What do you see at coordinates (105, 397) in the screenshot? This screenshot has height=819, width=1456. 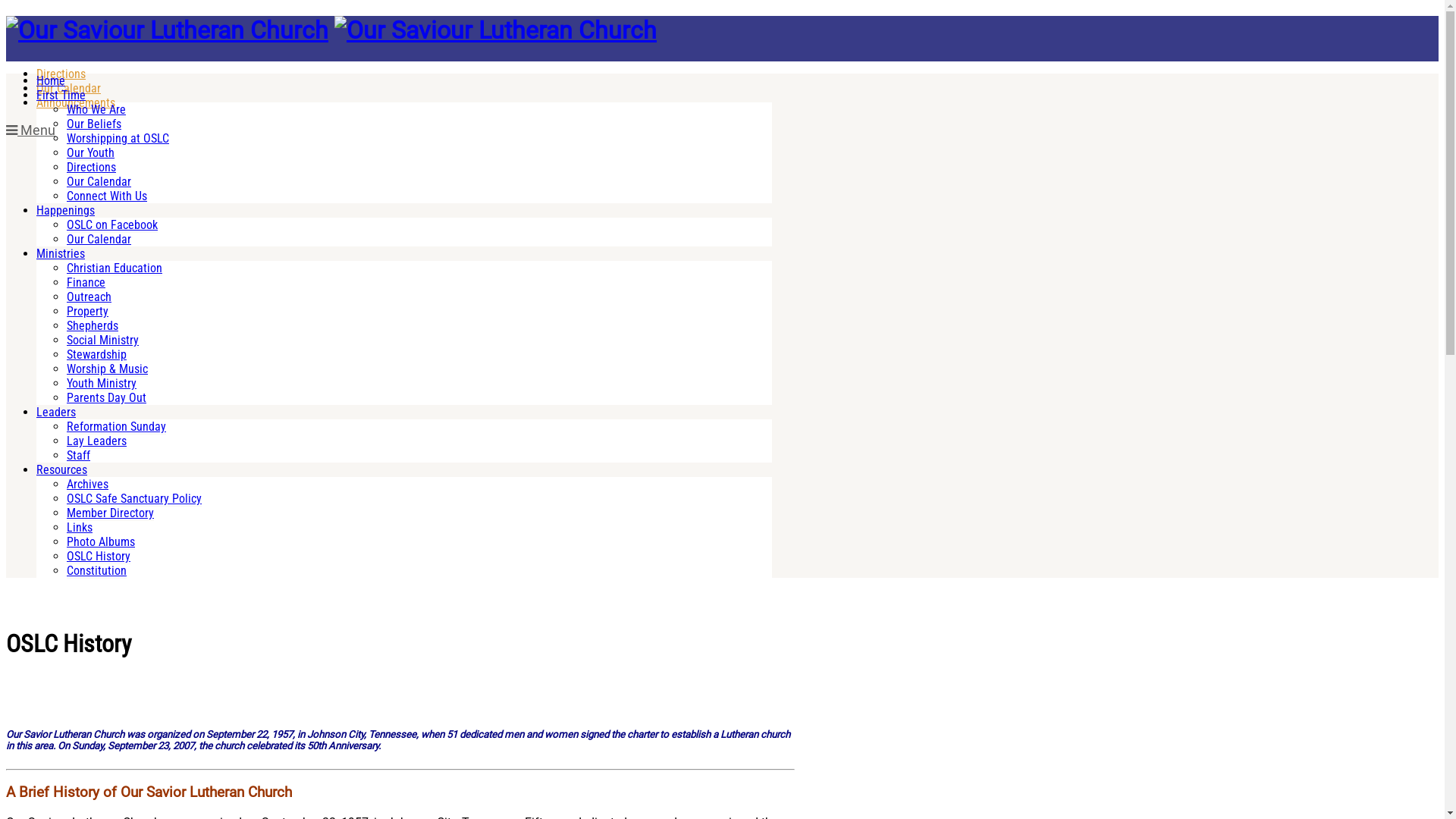 I see `'Parents Day Out'` at bounding box center [105, 397].